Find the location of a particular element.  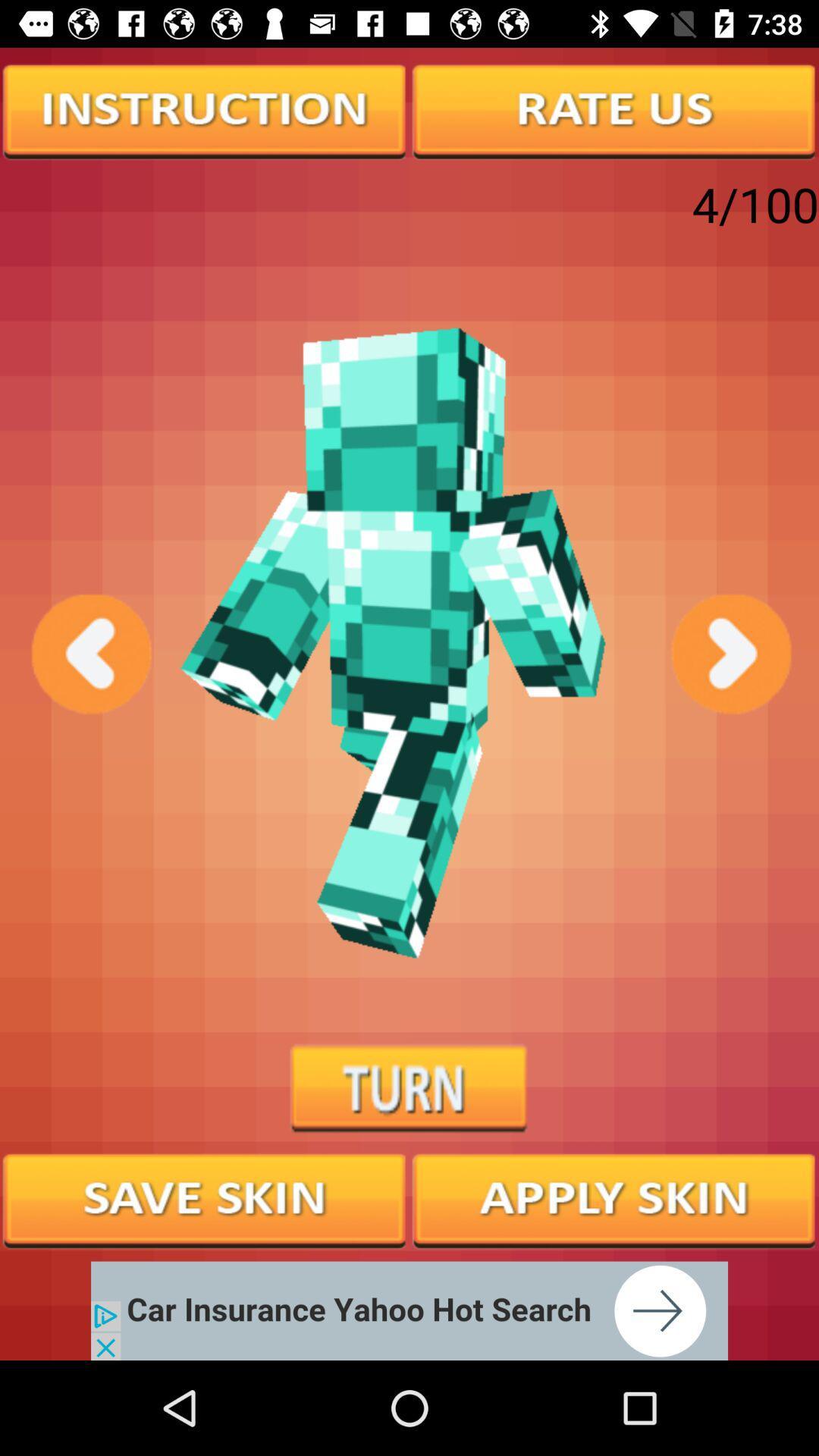

rate the application is located at coordinates (614, 109).